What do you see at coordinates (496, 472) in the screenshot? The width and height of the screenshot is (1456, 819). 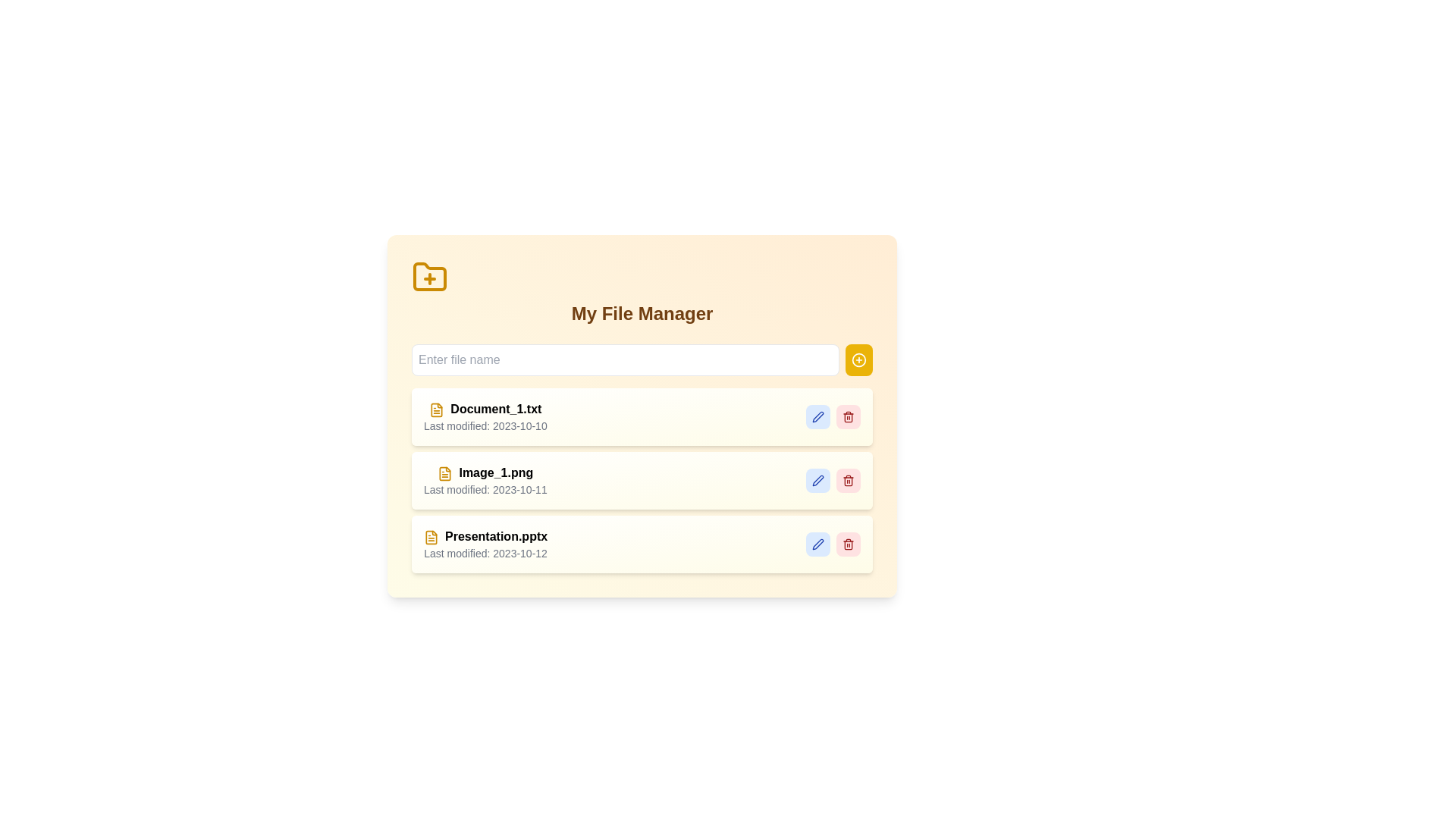 I see `the File label element representing the second item` at bounding box center [496, 472].